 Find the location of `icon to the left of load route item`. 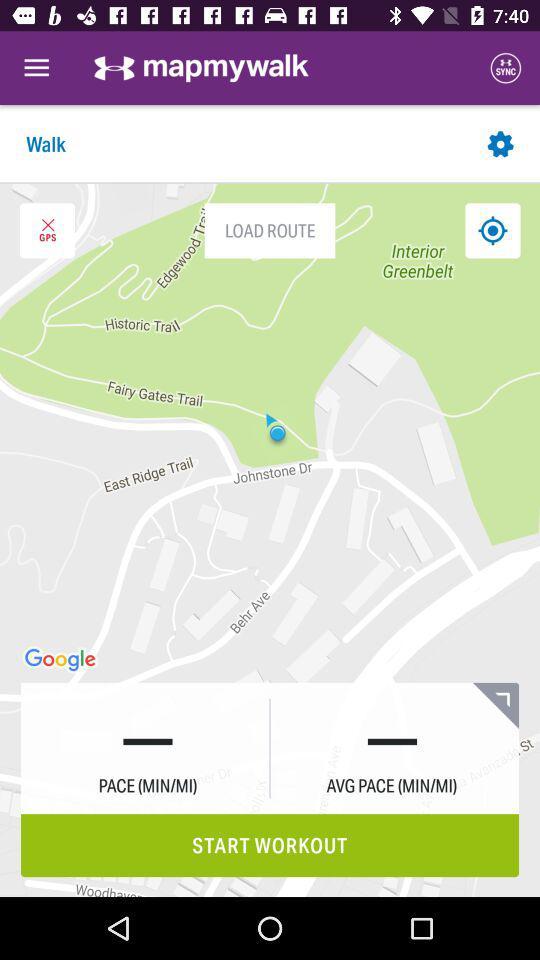

icon to the left of load route item is located at coordinates (47, 230).